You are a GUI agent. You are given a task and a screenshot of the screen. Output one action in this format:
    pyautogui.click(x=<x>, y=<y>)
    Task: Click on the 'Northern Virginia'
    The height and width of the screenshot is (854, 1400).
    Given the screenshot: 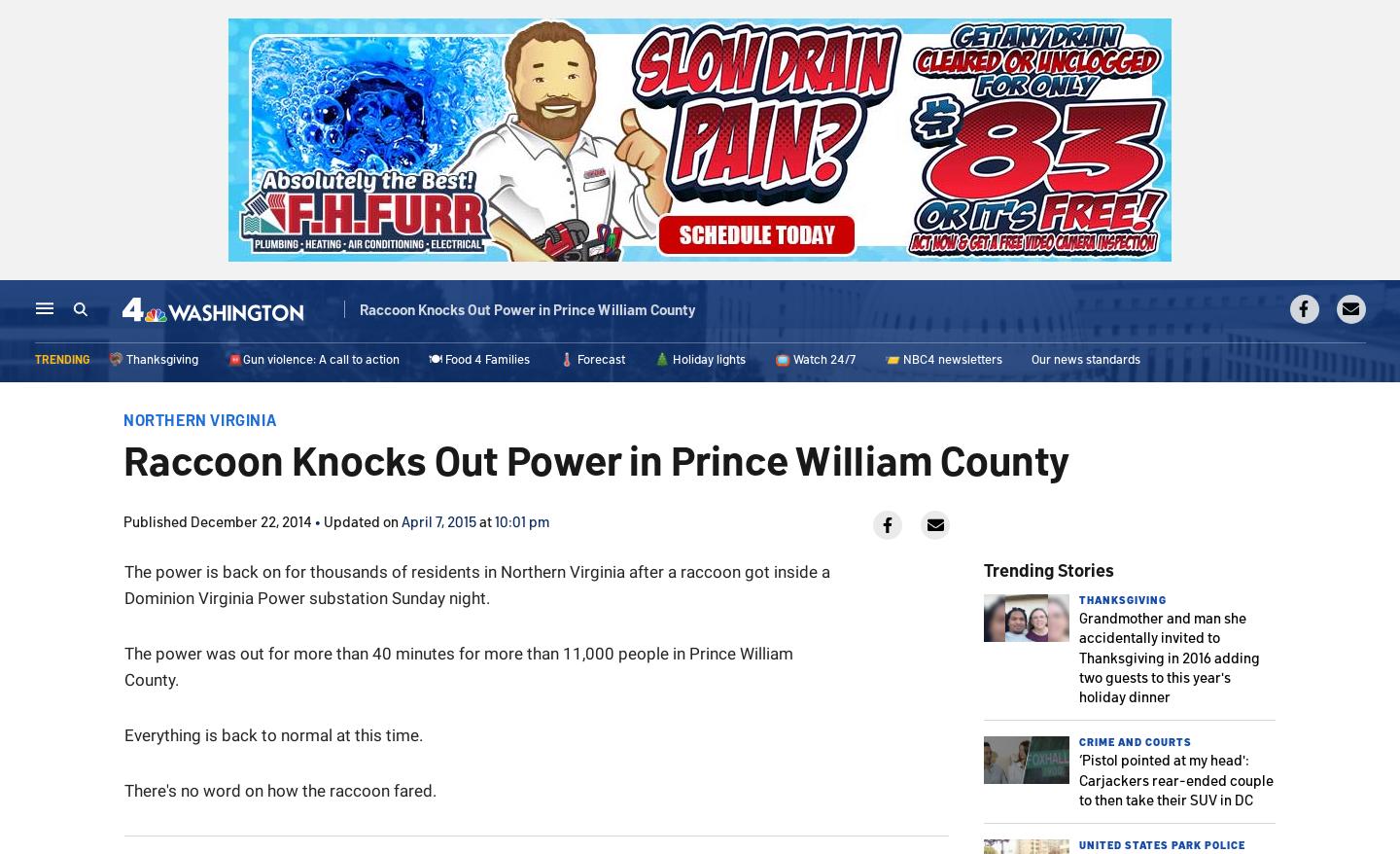 What is the action you would take?
    pyautogui.click(x=199, y=419)
    